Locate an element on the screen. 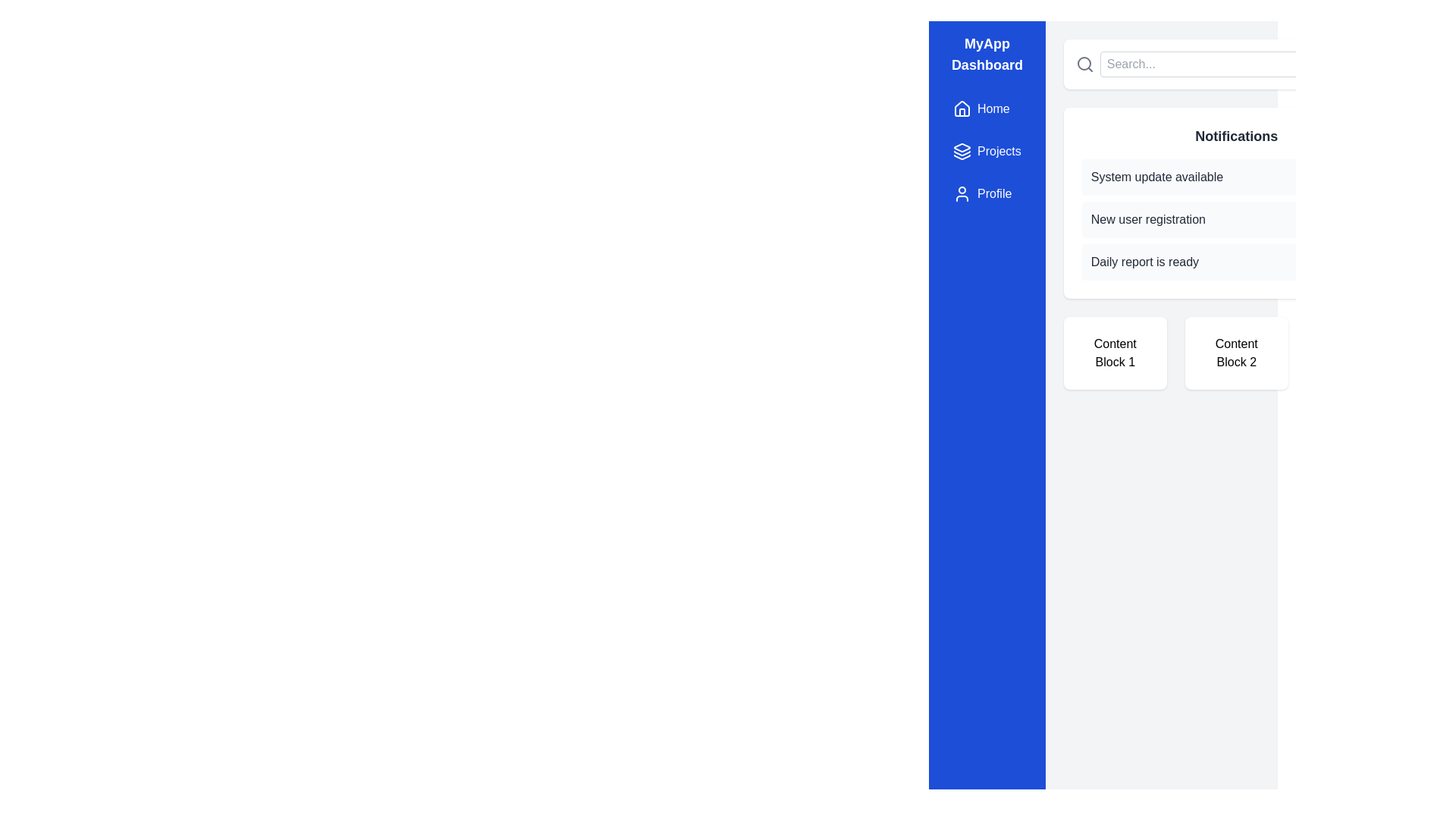 Image resolution: width=1456 pixels, height=819 pixels. the 'Home' text label in the left sidebar navigation menu, which is positioned below the title 'MyApp Dashboard' and next to a house icon is located at coordinates (993, 108).